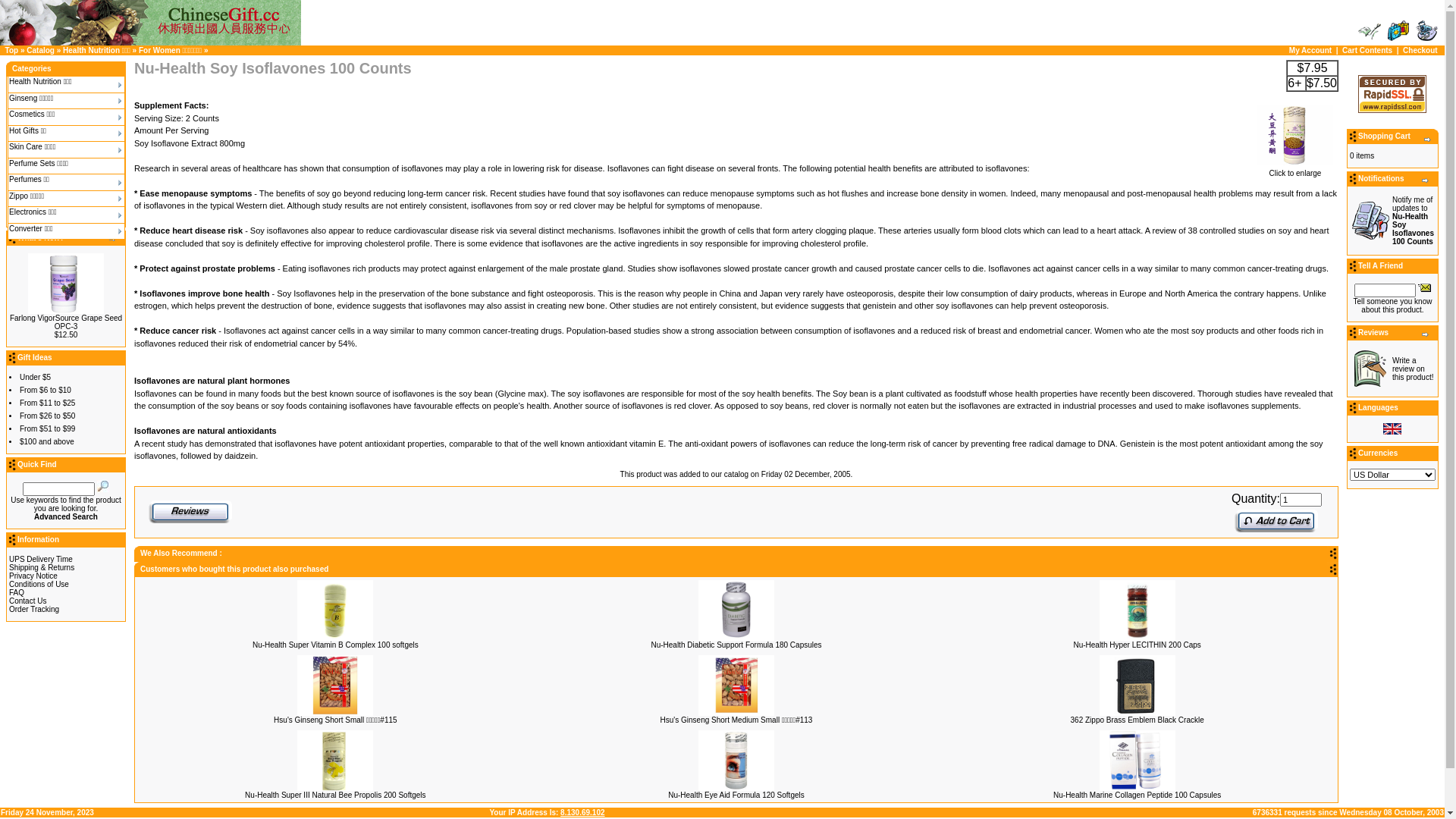 The width and height of the screenshot is (1456, 819). What do you see at coordinates (1392, 369) in the screenshot?
I see `'Write a review on this product!'` at bounding box center [1392, 369].